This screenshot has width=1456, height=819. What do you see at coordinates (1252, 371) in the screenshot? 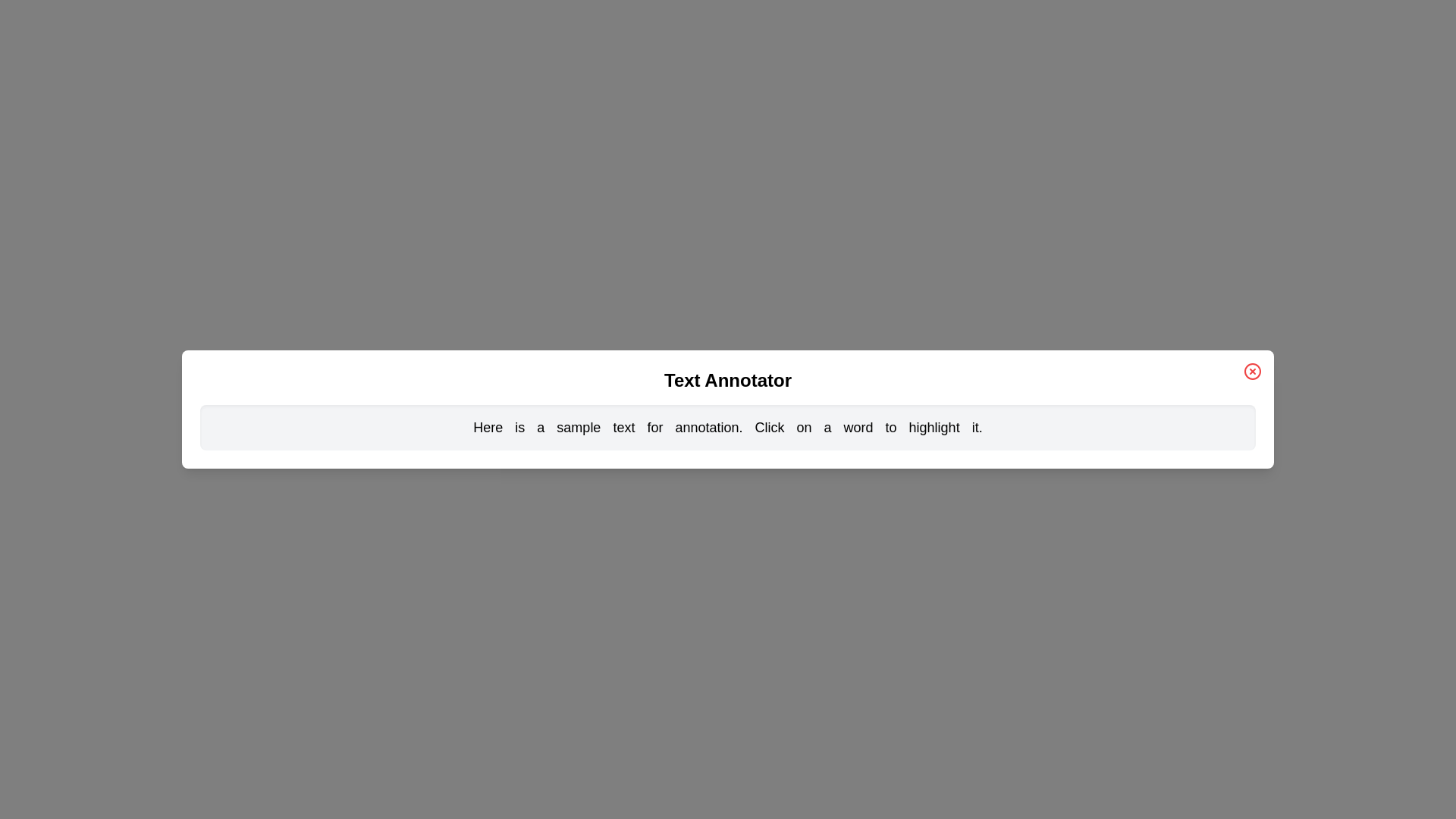
I see `the close button to dismiss the dialog` at bounding box center [1252, 371].